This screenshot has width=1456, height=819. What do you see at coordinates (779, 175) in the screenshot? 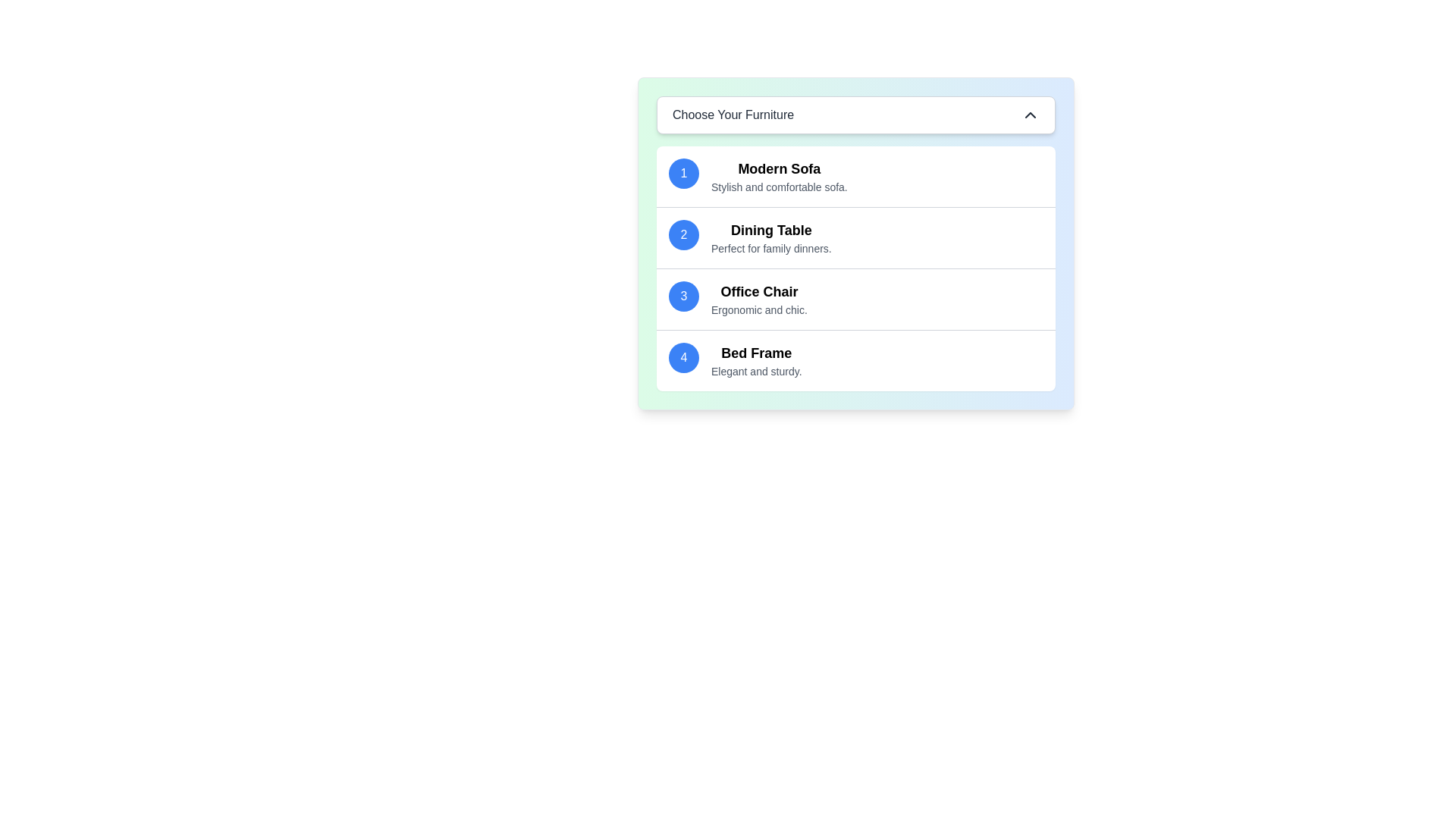
I see `the 'Modern Sofa' list item description block` at bounding box center [779, 175].